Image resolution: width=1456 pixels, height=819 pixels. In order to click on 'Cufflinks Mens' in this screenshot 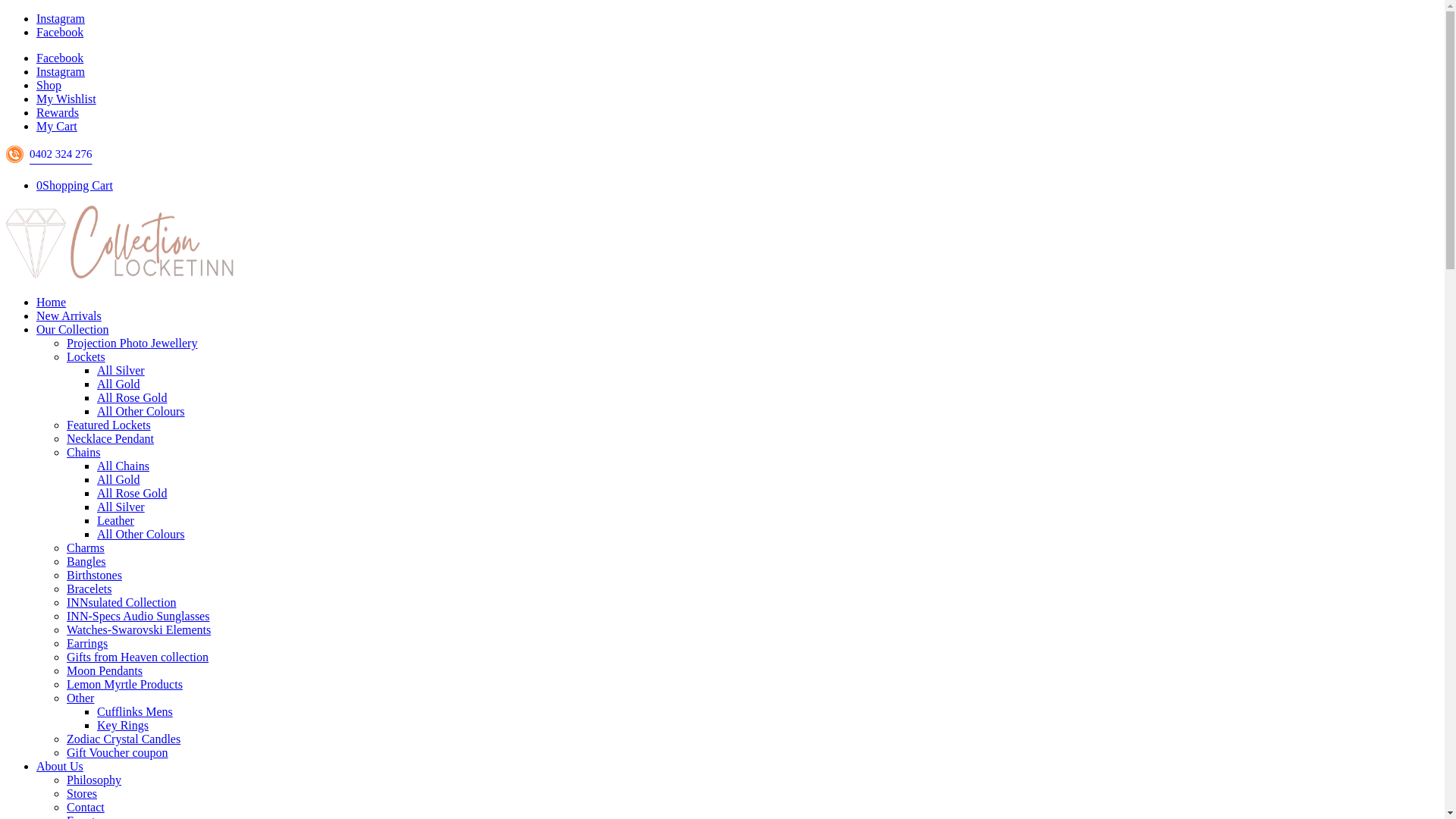, I will do `click(134, 711)`.